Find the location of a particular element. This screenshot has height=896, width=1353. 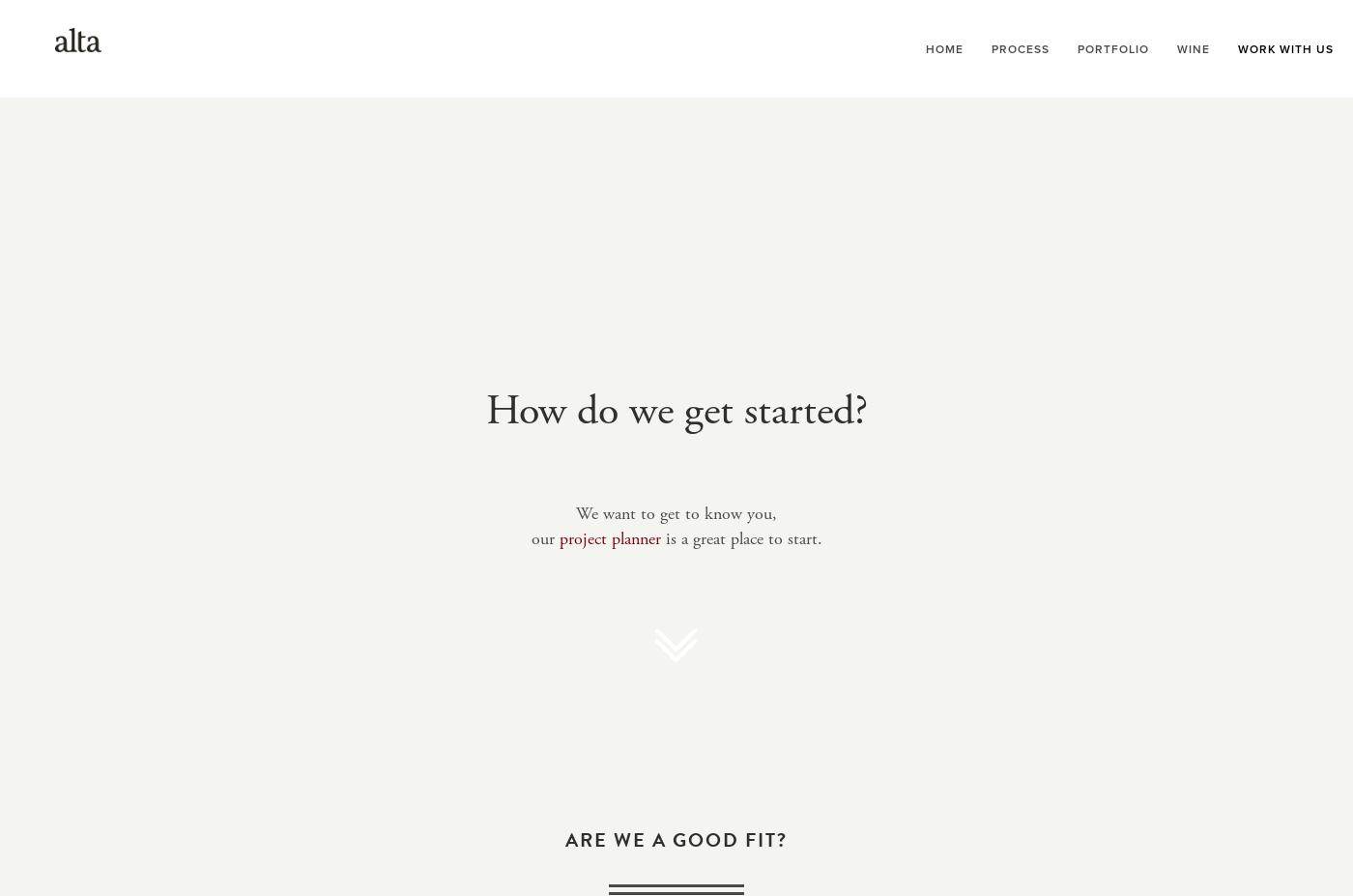

'p' is located at coordinates (562, 538).